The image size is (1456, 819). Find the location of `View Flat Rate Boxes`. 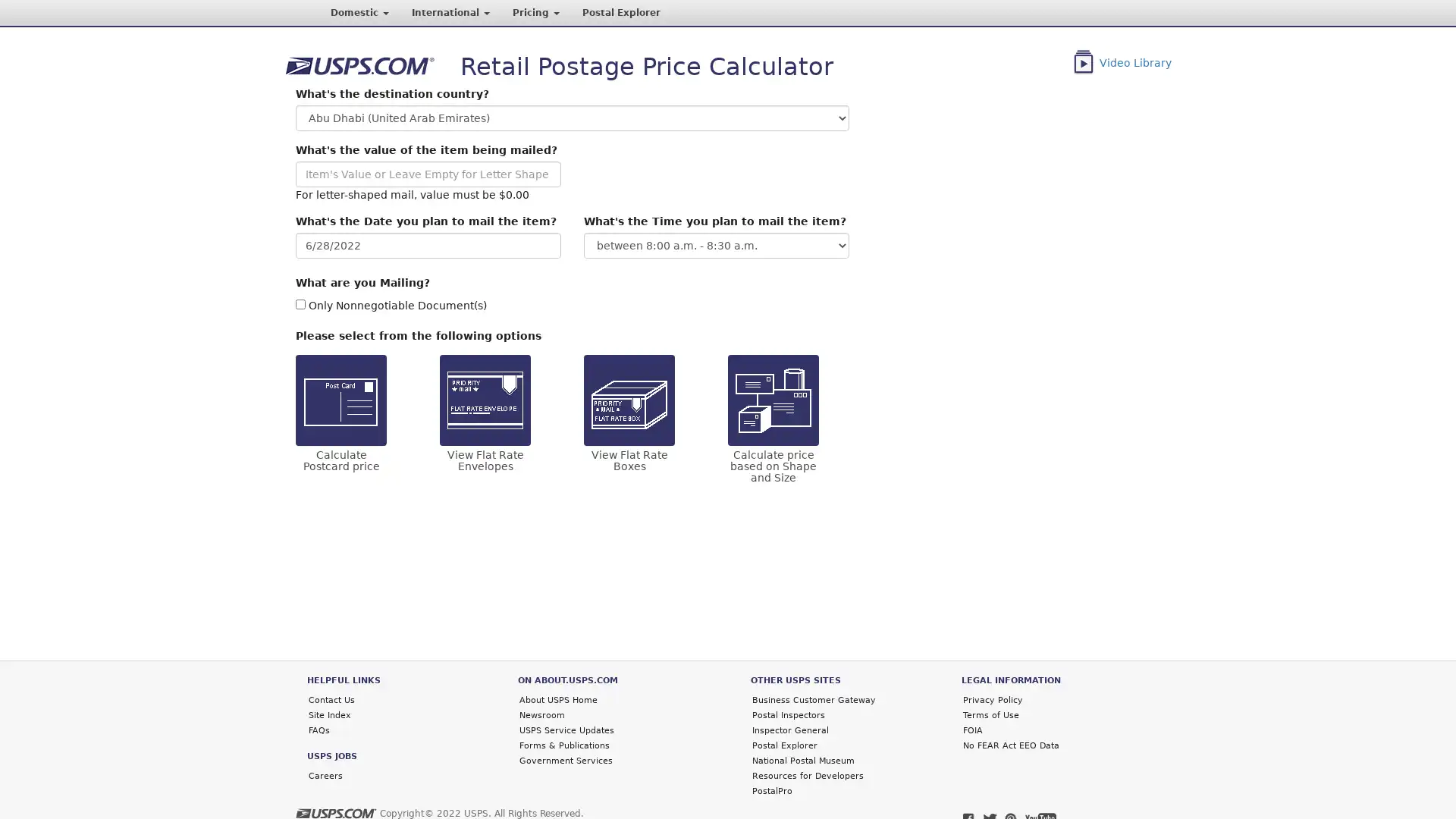

View Flat Rate Boxes is located at coordinates (629, 400).